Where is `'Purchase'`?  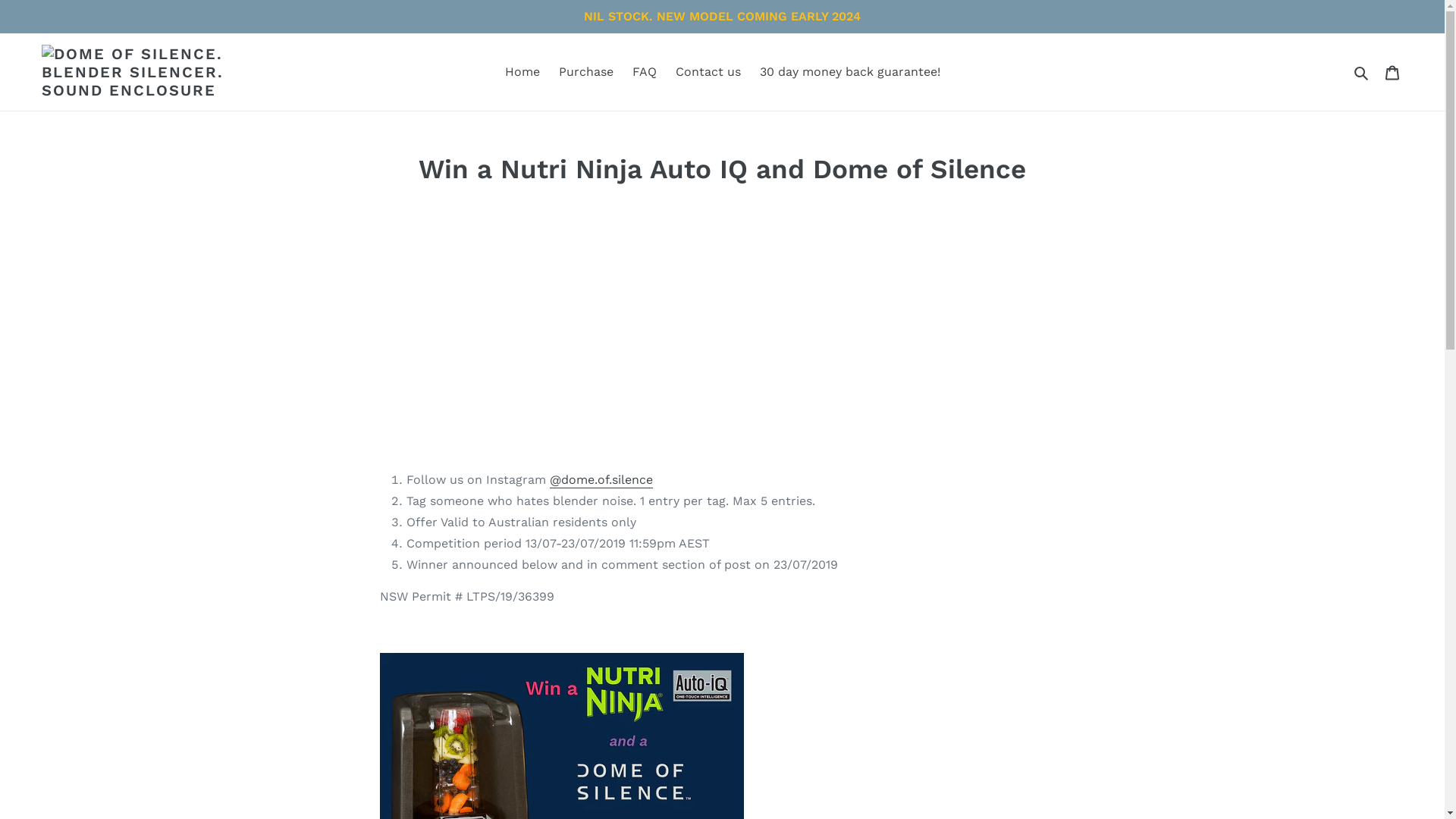 'Purchase' is located at coordinates (585, 72).